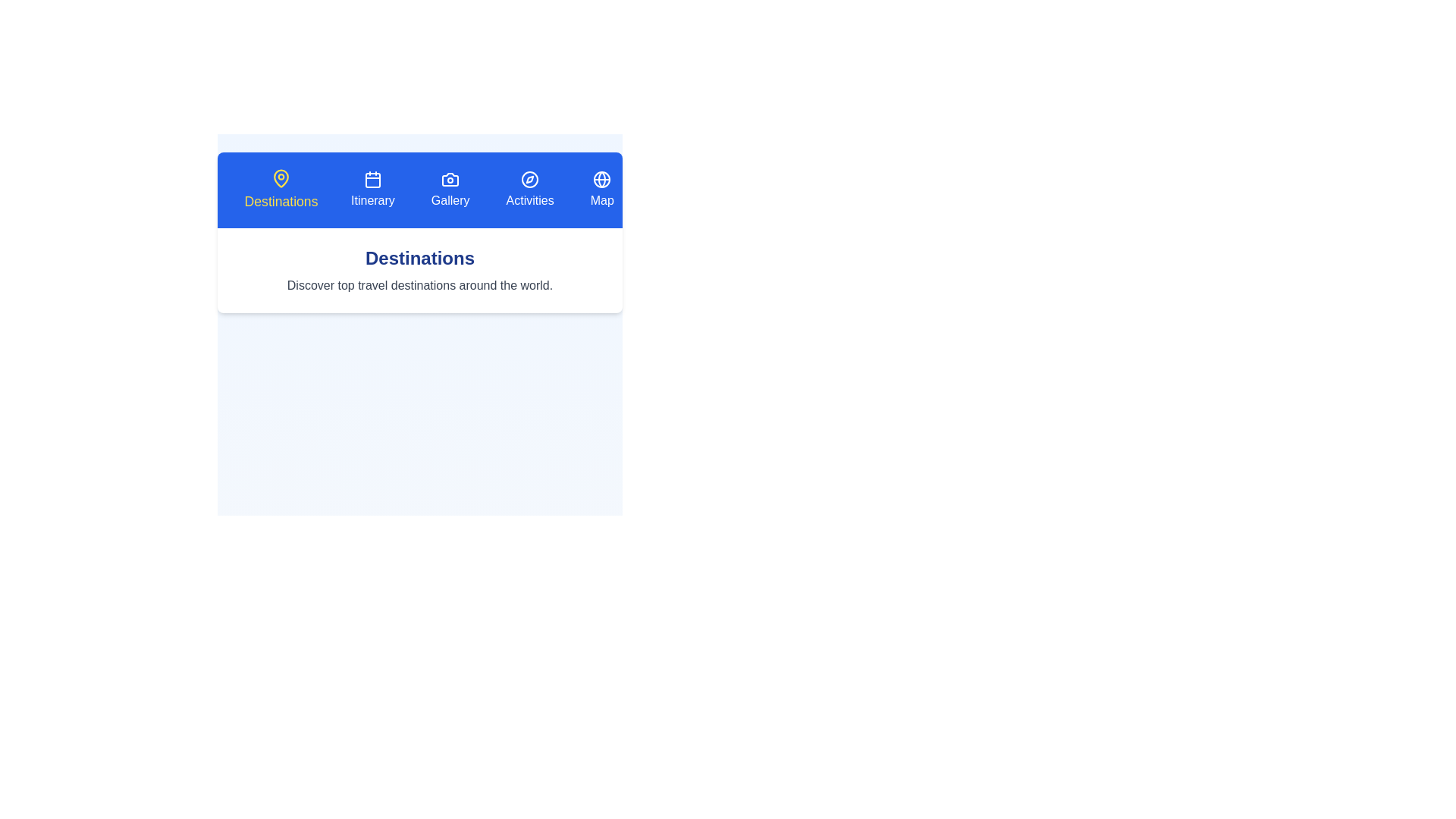 Image resolution: width=1456 pixels, height=819 pixels. What do you see at coordinates (530, 178) in the screenshot?
I see `compass needle icon, which is a graphical icon shaped like a compass needle with a sharp, angular appearance, located in the top blue navigation bar as the fourth icon from the left` at bounding box center [530, 178].